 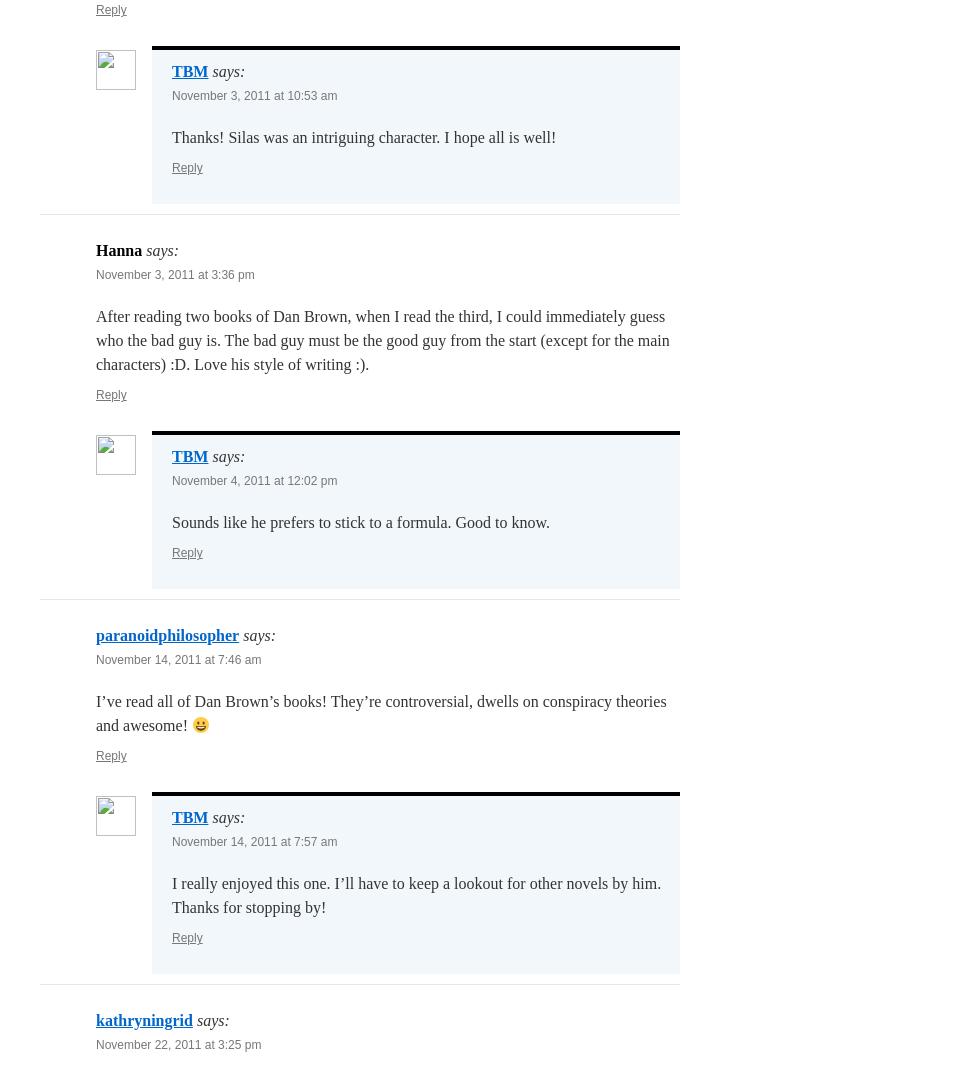 What do you see at coordinates (178, 1044) in the screenshot?
I see `'November 22, 2011 at 3:25 pm'` at bounding box center [178, 1044].